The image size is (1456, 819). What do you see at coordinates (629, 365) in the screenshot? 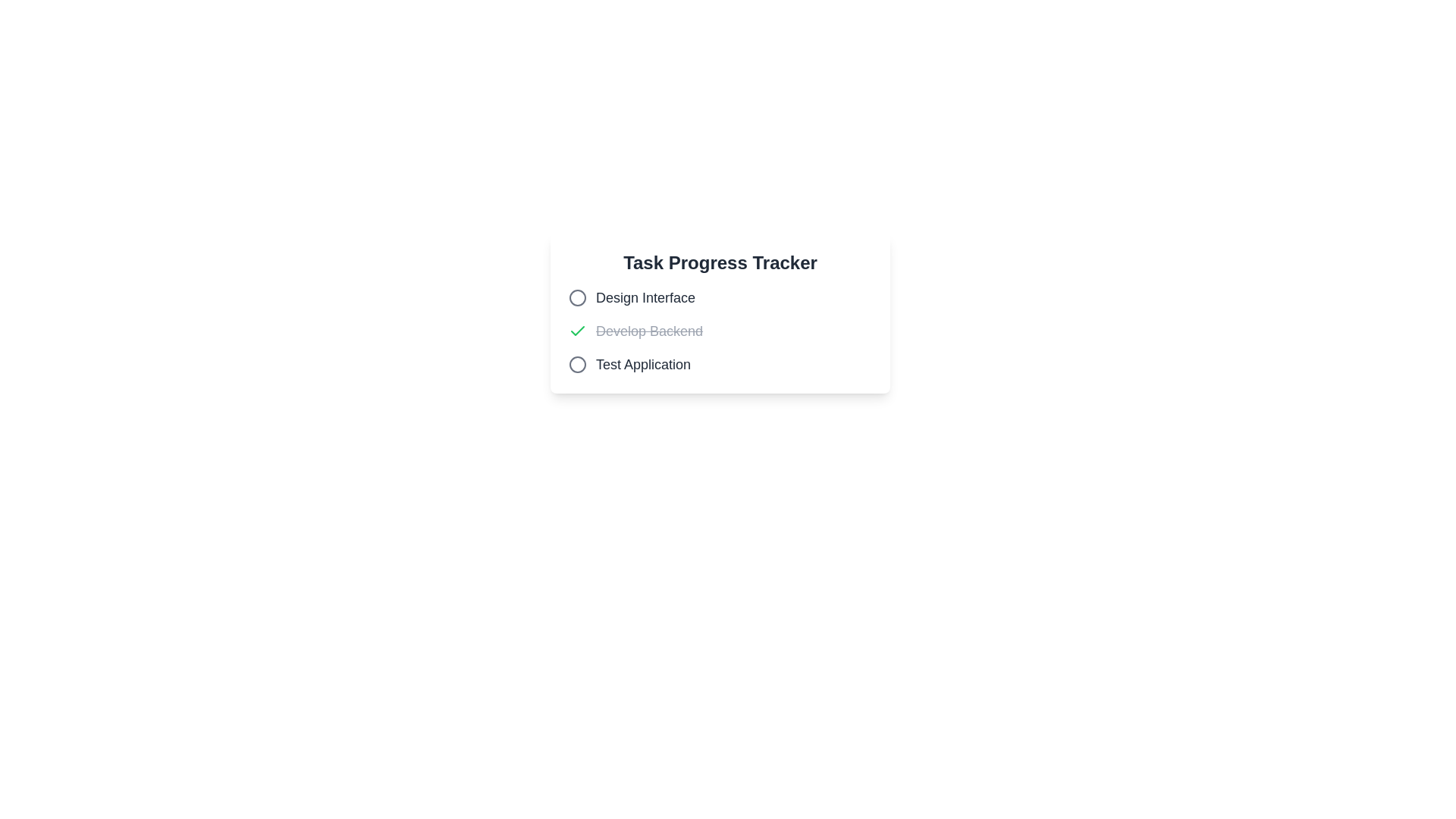
I see `the third list item in the vertically stacked list` at bounding box center [629, 365].